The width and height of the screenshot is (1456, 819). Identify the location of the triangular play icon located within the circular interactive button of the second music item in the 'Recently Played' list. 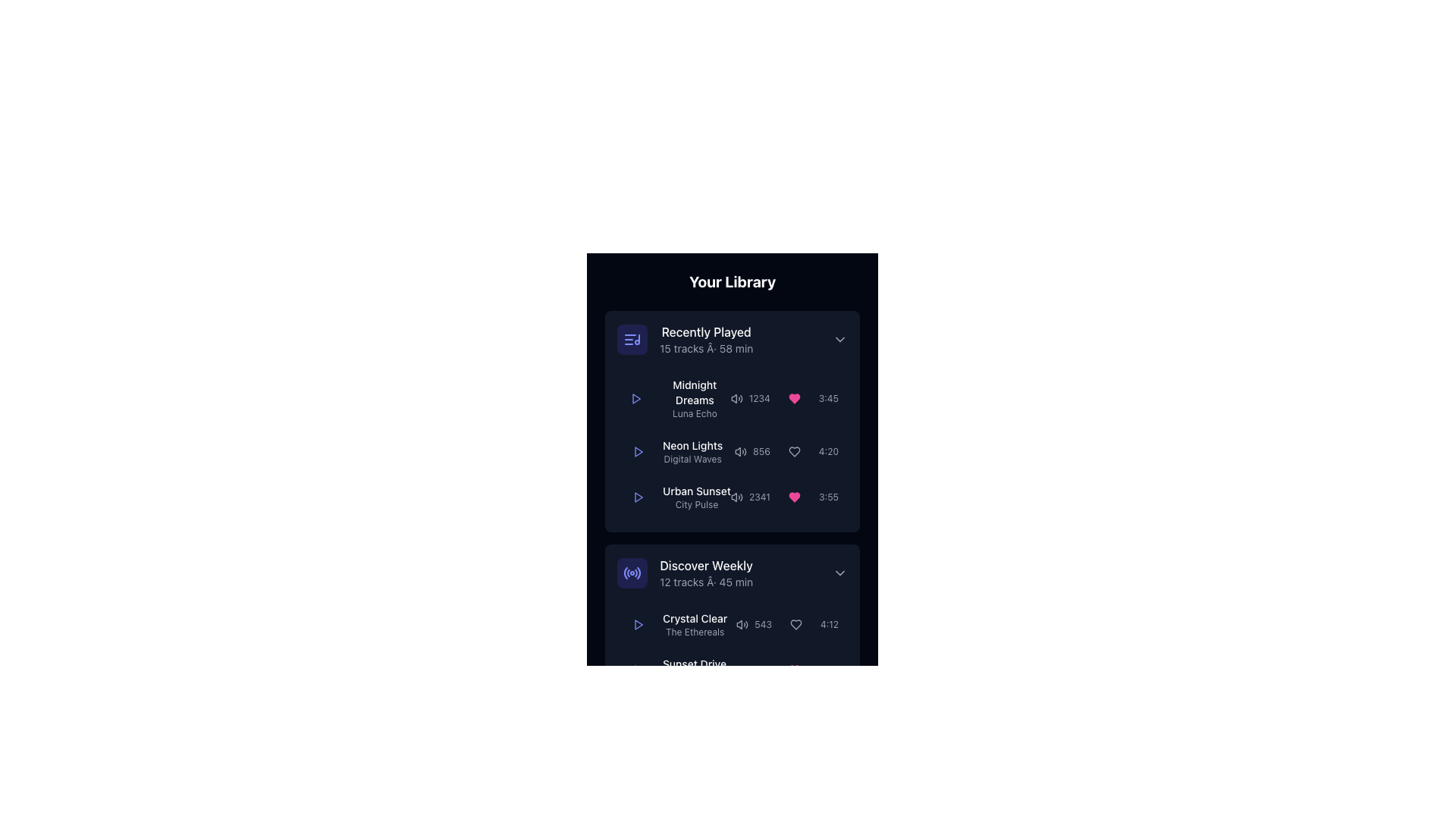
(638, 451).